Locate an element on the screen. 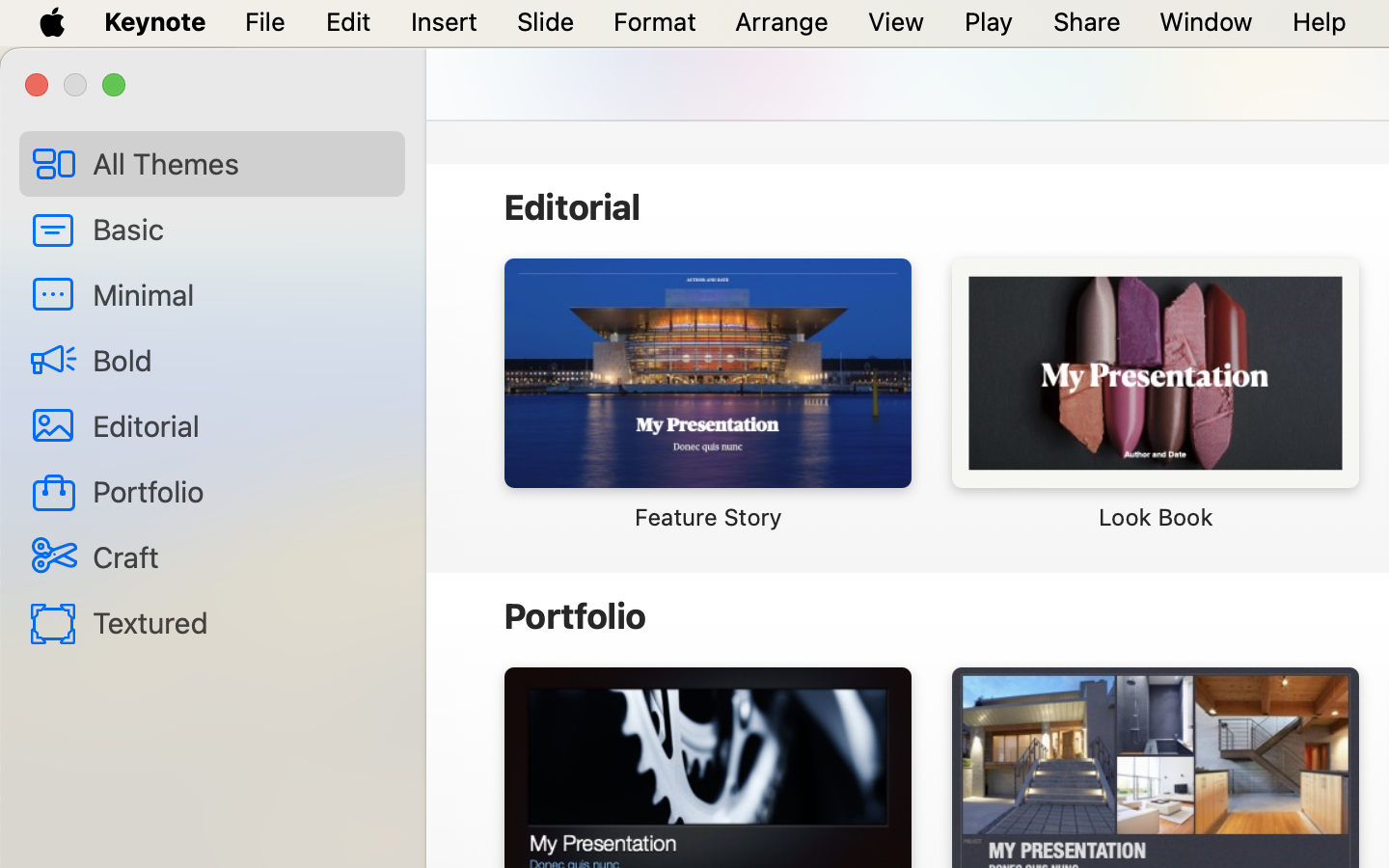 This screenshot has height=868, width=1389. 'Basic' is located at coordinates (239, 227).